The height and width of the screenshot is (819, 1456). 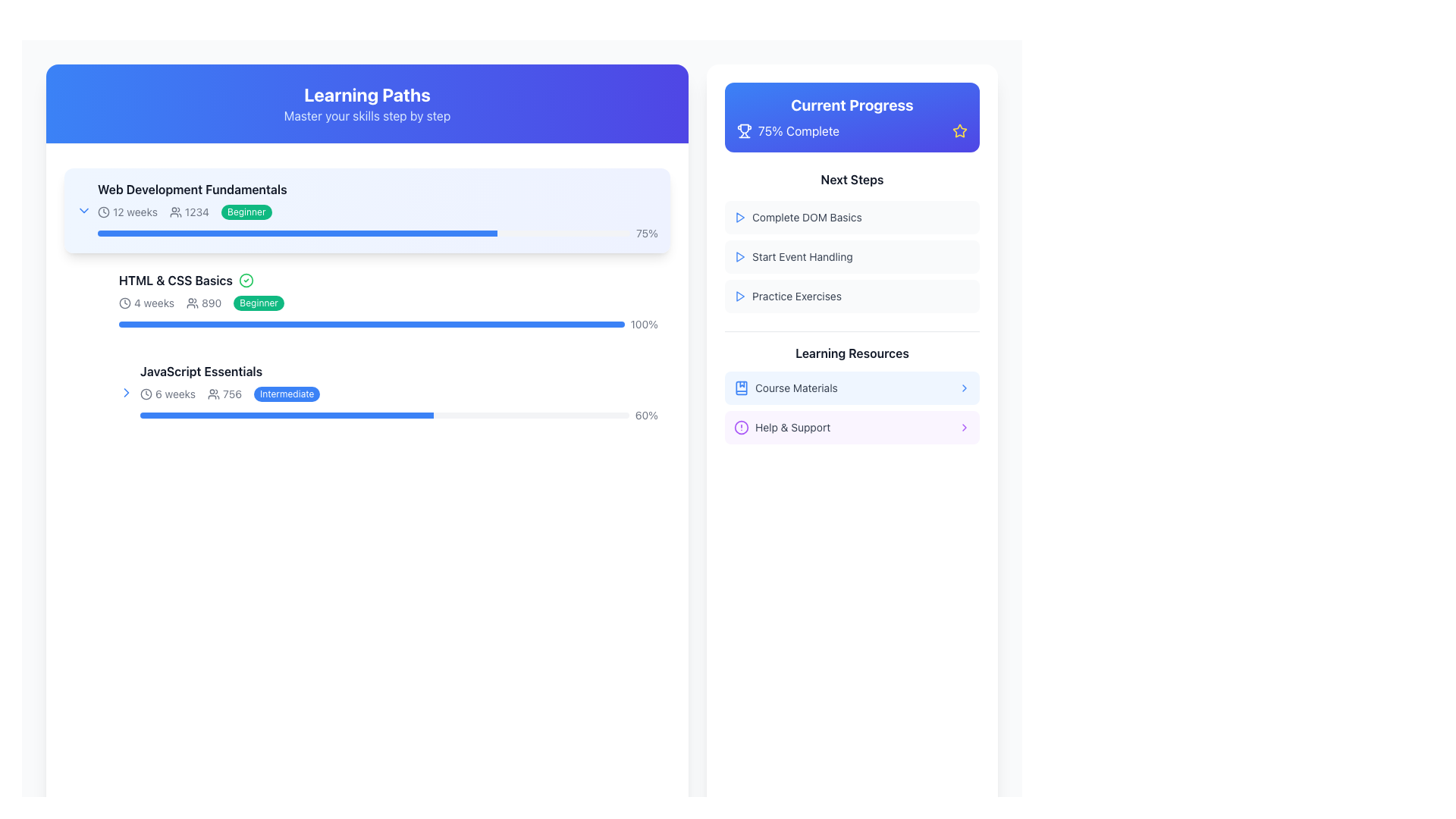 I want to click on the horizontal progress bar indicating '100%' completion within the 'HTML & CSS Basics' course module, so click(x=388, y=324).